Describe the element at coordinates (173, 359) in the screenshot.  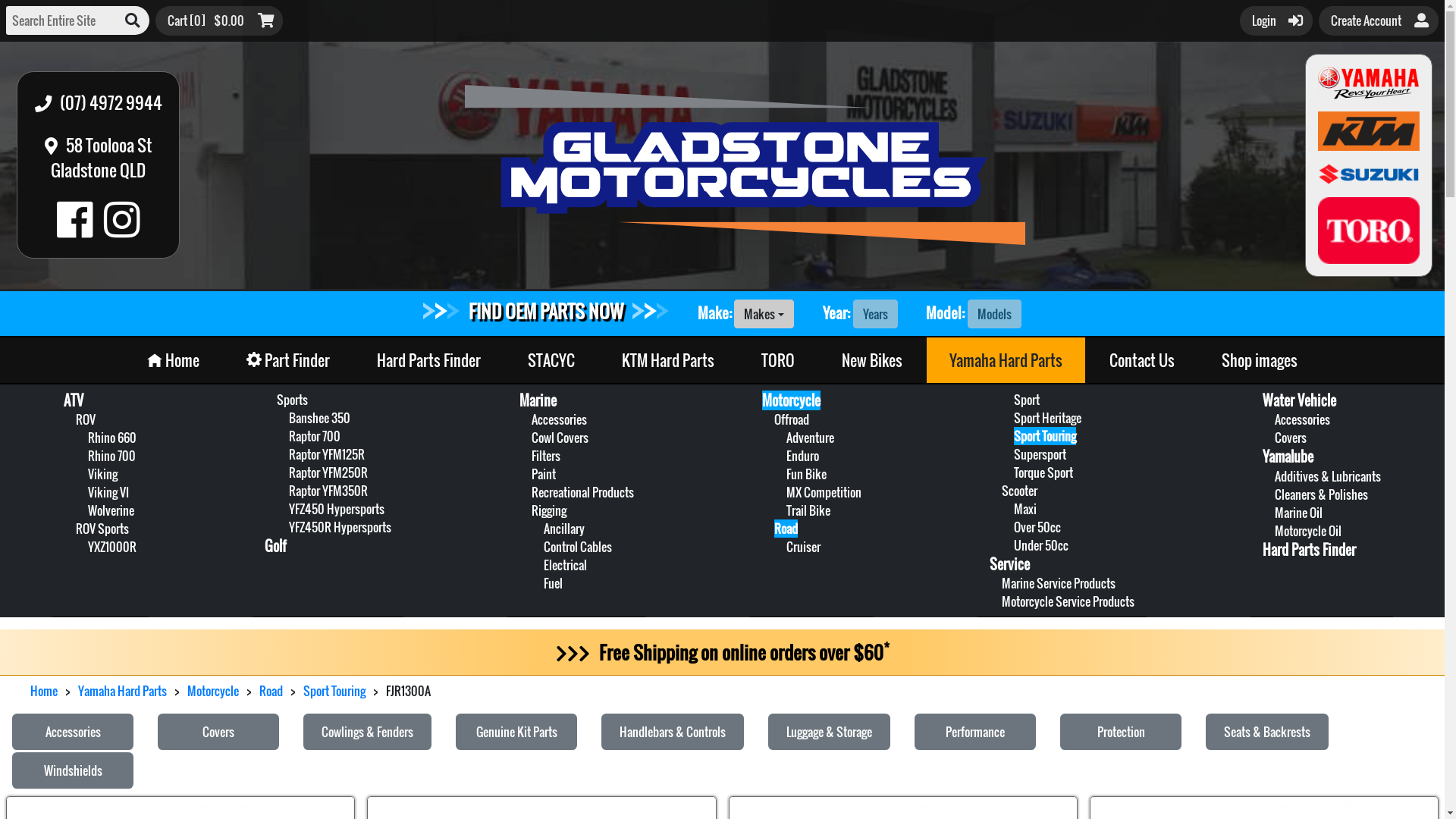
I see `'Home'` at that location.